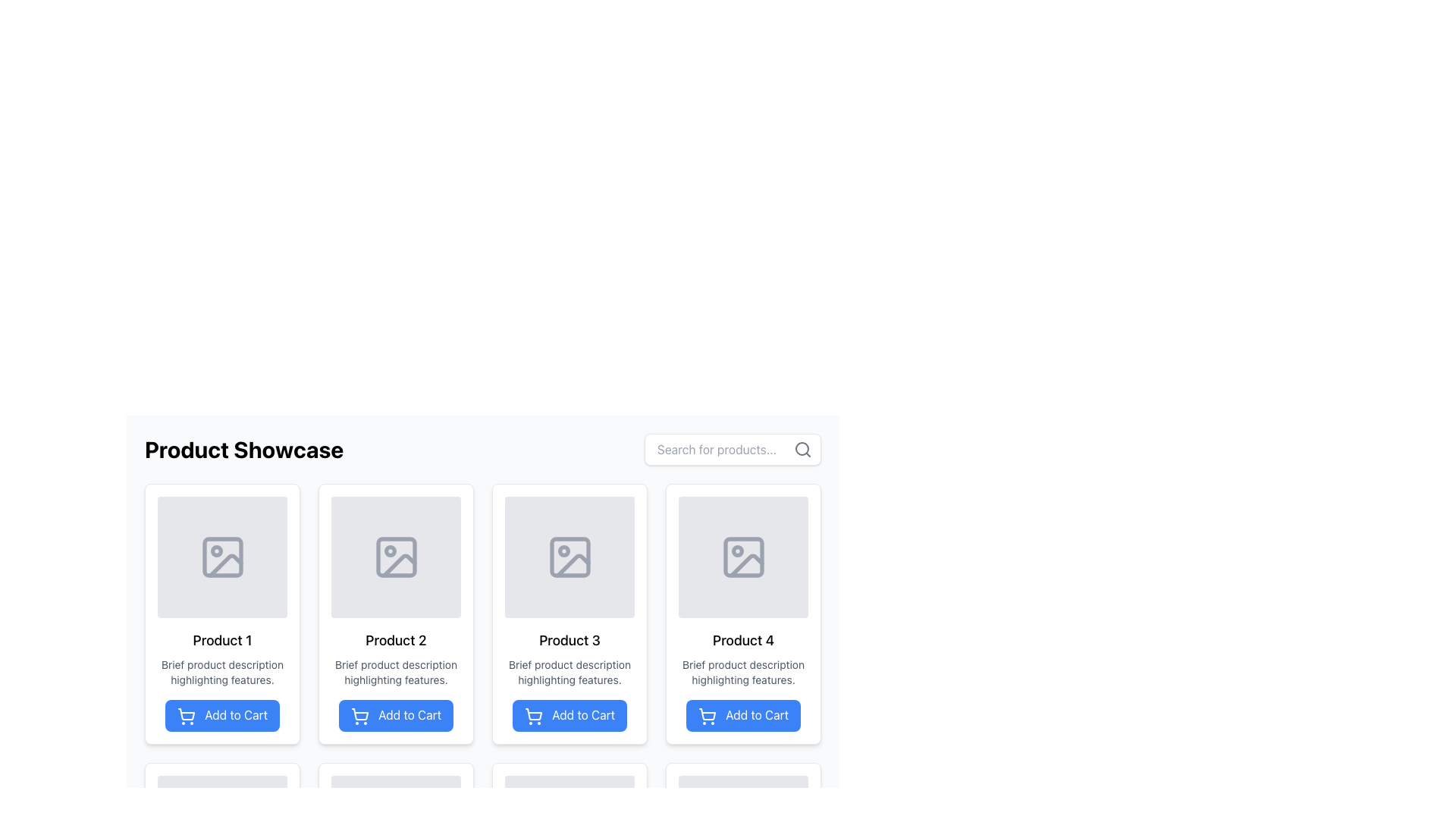  I want to click on the Text label displaying the product name for the third product in the grid, located below the product image and above the 'Add to Cart' button, so click(569, 640).